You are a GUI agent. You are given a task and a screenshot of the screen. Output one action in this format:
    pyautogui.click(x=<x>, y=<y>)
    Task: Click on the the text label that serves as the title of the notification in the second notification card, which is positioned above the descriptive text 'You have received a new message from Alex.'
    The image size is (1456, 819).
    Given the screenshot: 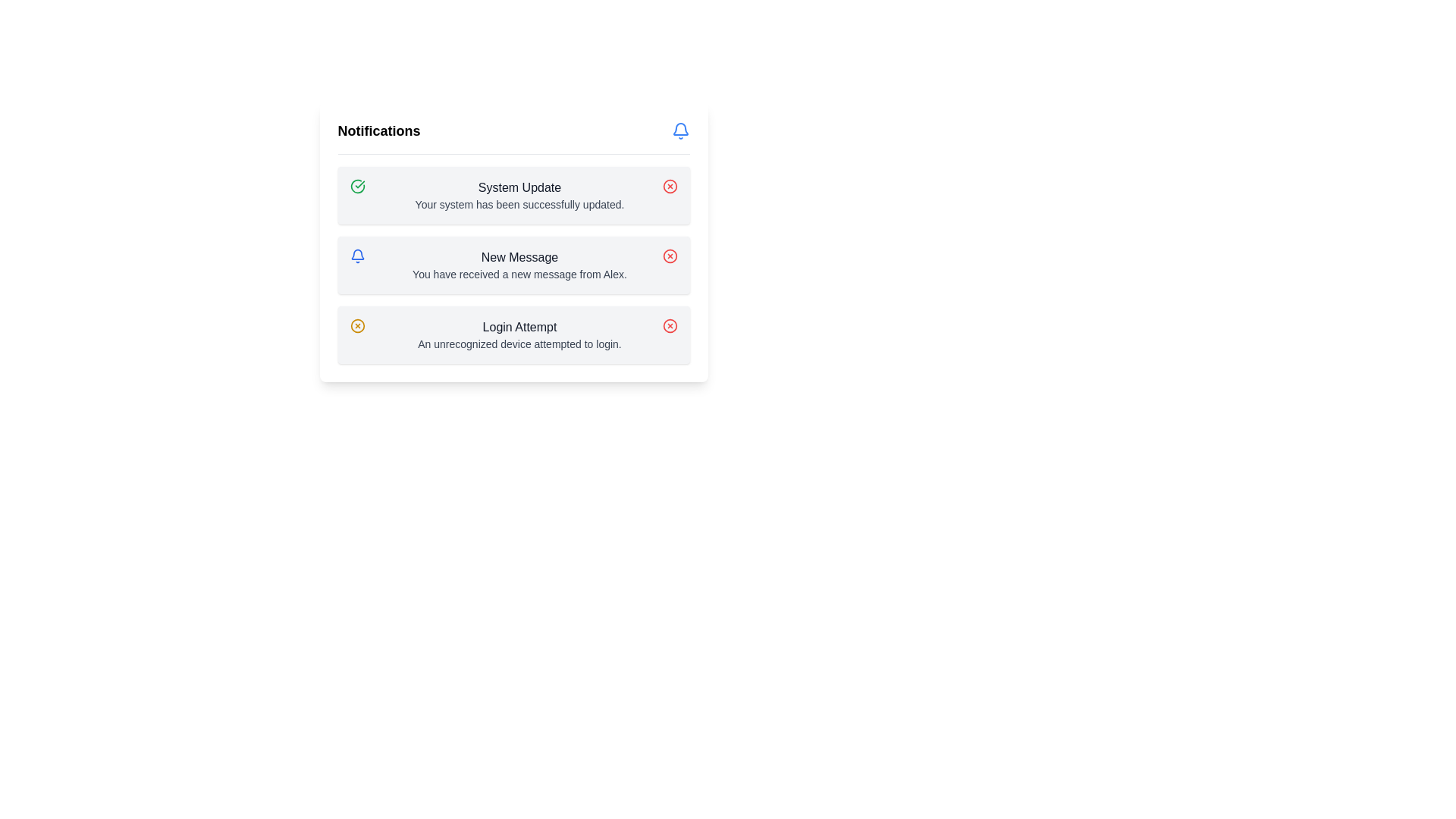 What is the action you would take?
    pyautogui.click(x=519, y=256)
    